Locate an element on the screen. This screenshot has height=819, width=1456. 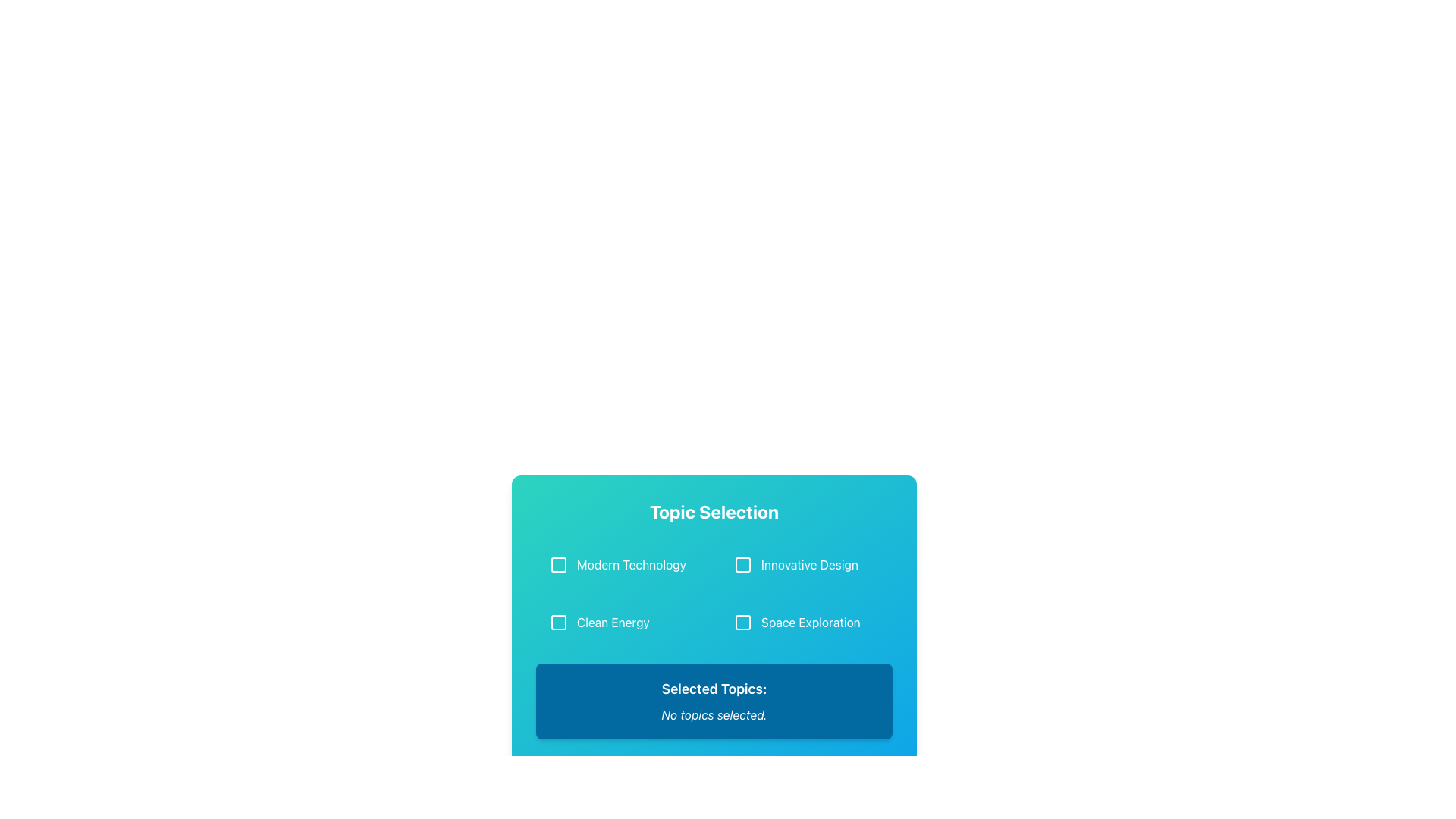
the checkbox for the 'Innovative Design' topic located in the 'Topic Selection' group is located at coordinates (742, 564).